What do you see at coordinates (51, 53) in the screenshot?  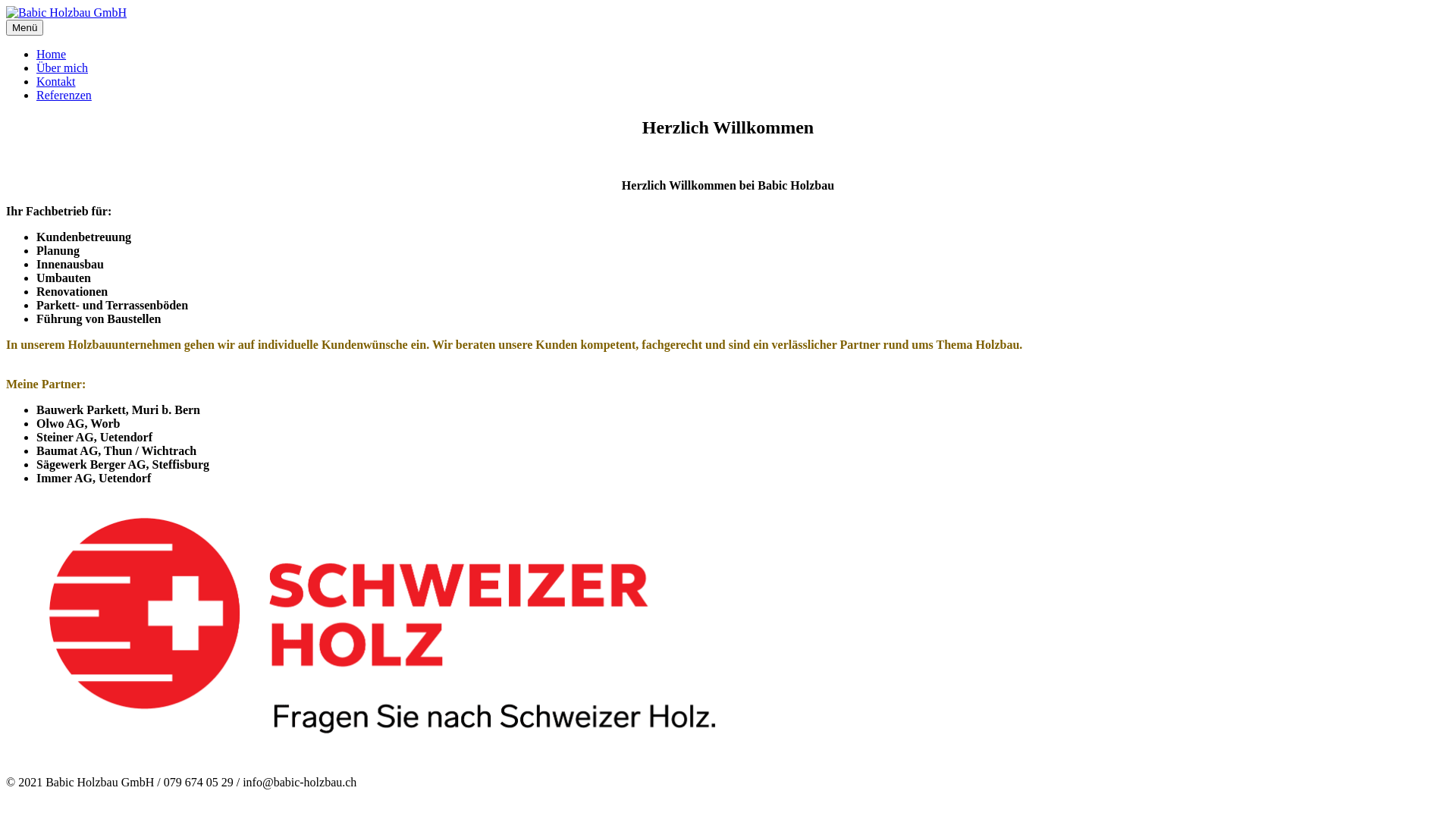 I see `'Home'` at bounding box center [51, 53].